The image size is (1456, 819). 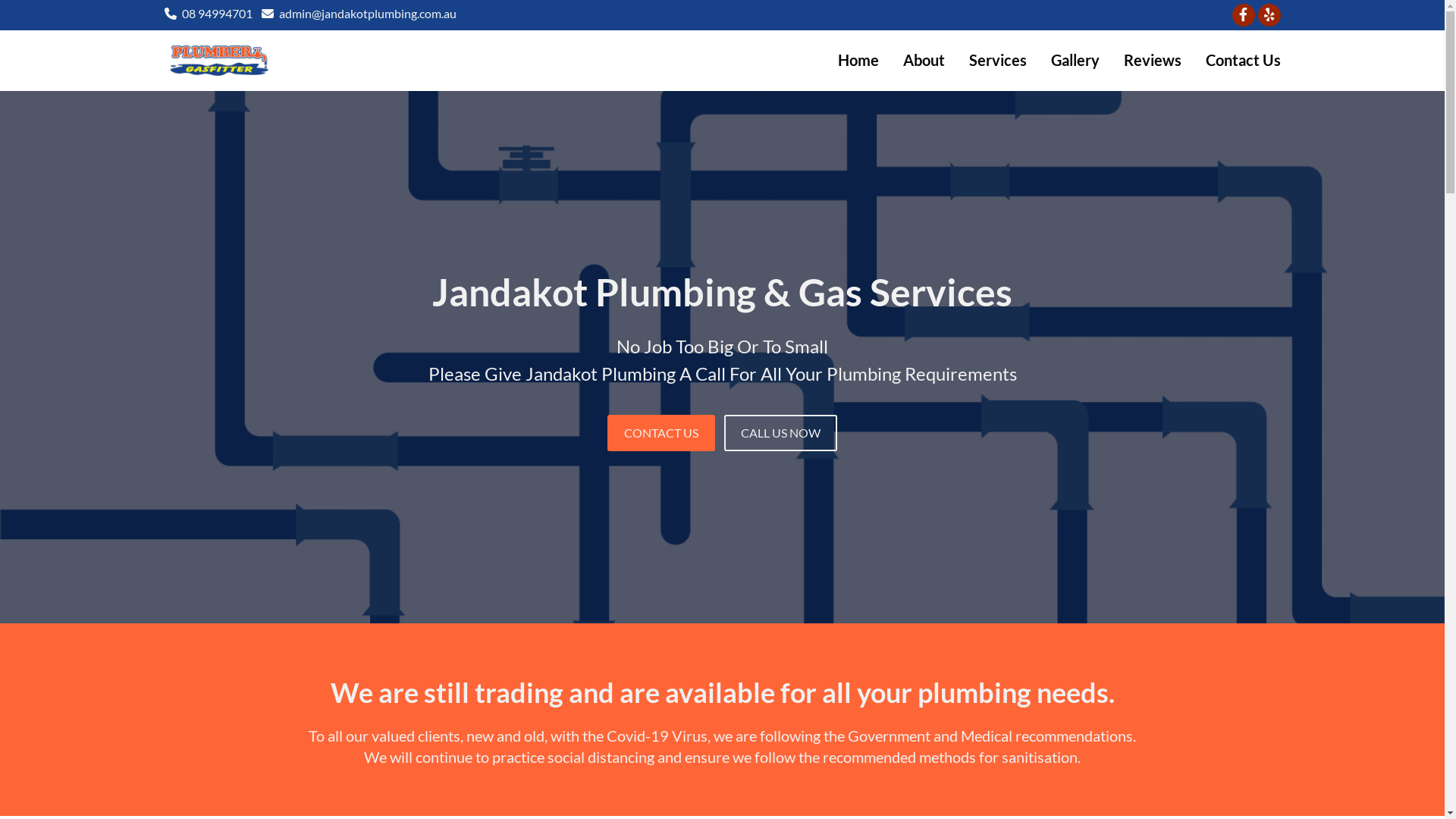 What do you see at coordinates (858, 58) in the screenshot?
I see `'Home'` at bounding box center [858, 58].